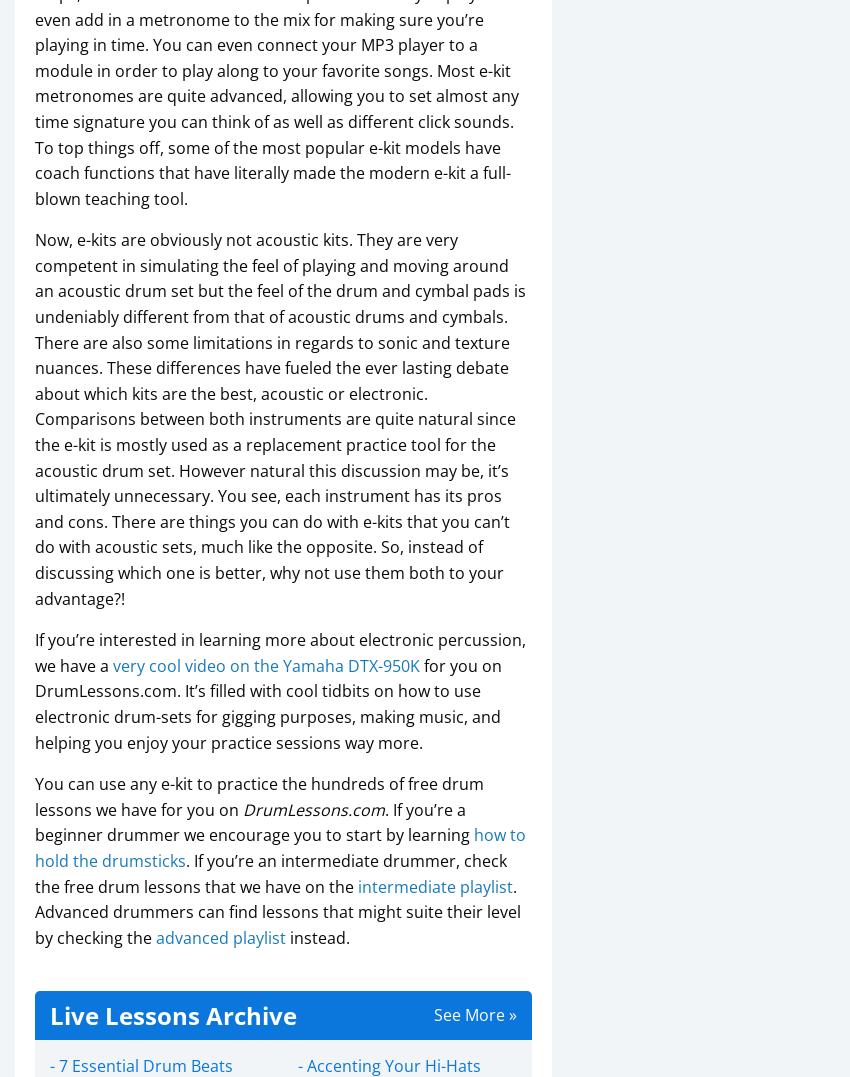  Describe the element at coordinates (221, 935) in the screenshot. I see `'advanced playlist'` at that location.